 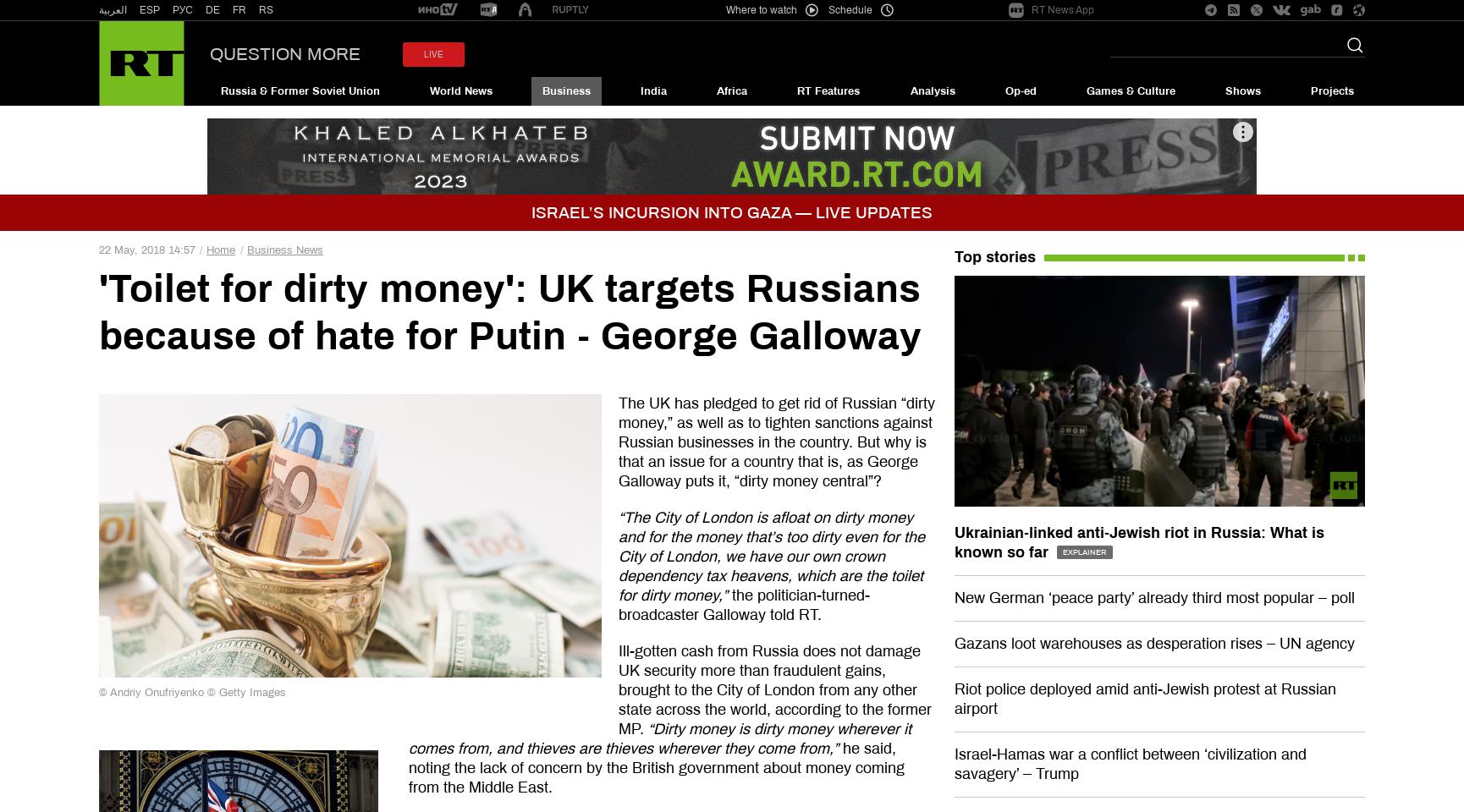 What do you see at coordinates (776, 442) in the screenshot?
I see `'The UK has pledged to get rid of Russian “dirty money,” as well as to tighten sanctions against Russian businesses in the country. But why is that an issue for a country that is, as George Galloway puts it, “dirty money central”?'` at bounding box center [776, 442].